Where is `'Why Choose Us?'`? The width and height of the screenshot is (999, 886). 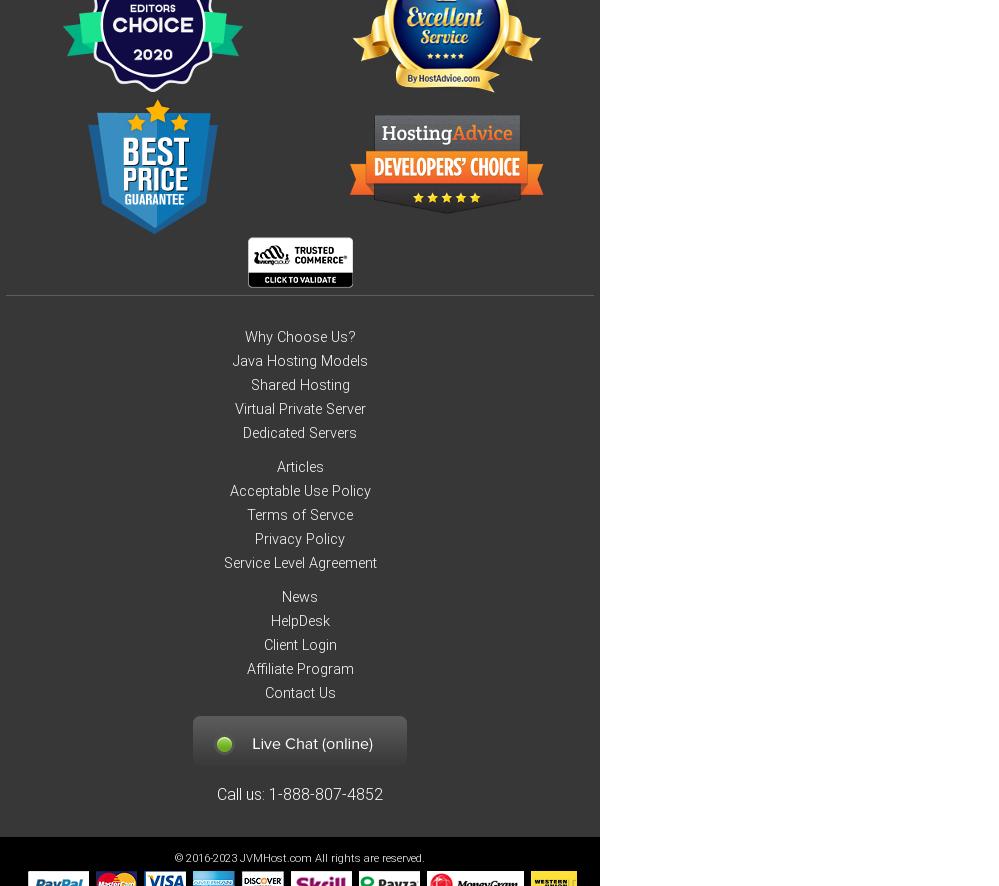 'Why Choose Us?' is located at coordinates (298, 336).